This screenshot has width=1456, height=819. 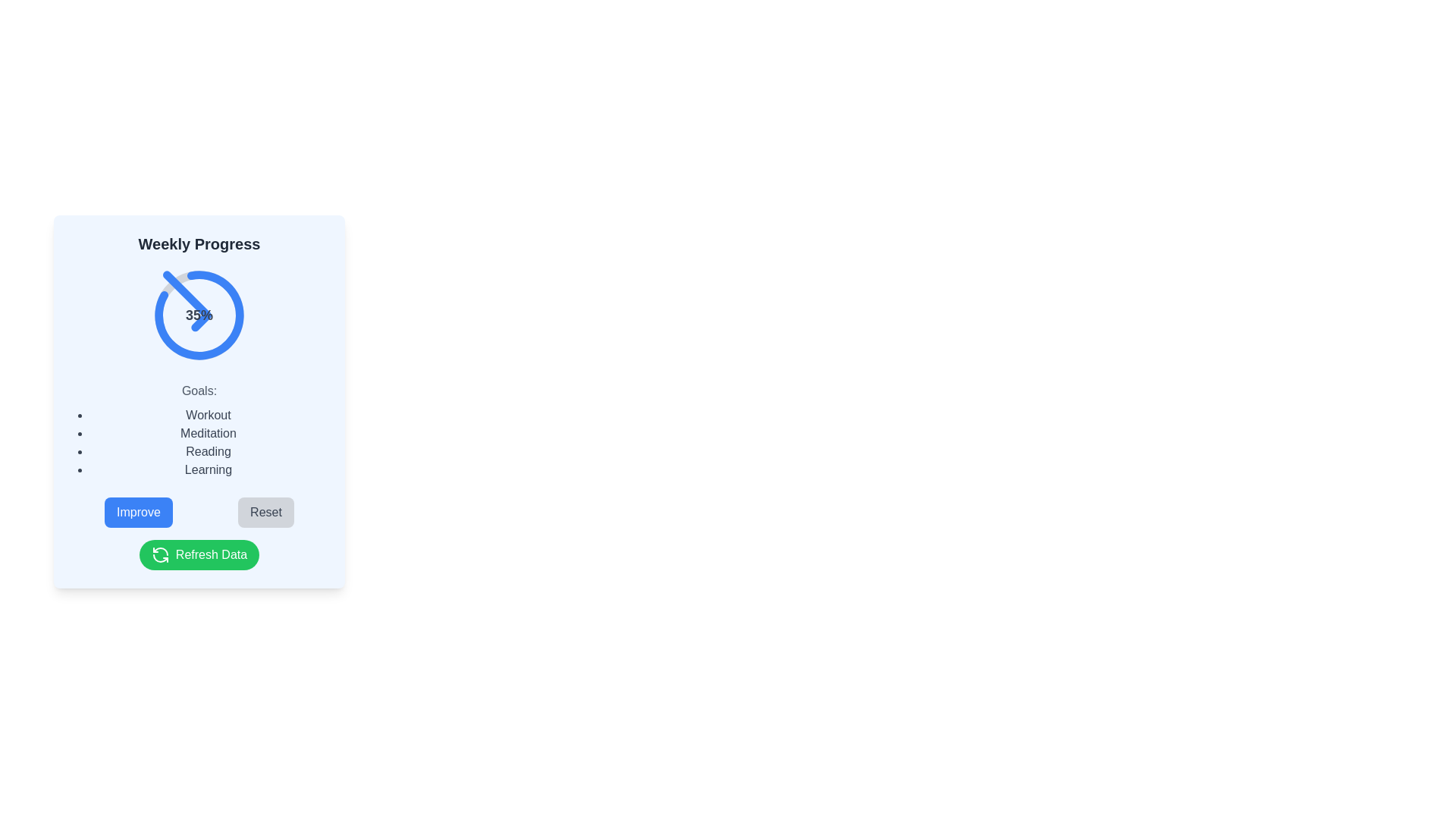 I want to click on the text label that serves as a heading for the list of goals, located above the bullet point list, so click(x=199, y=391).